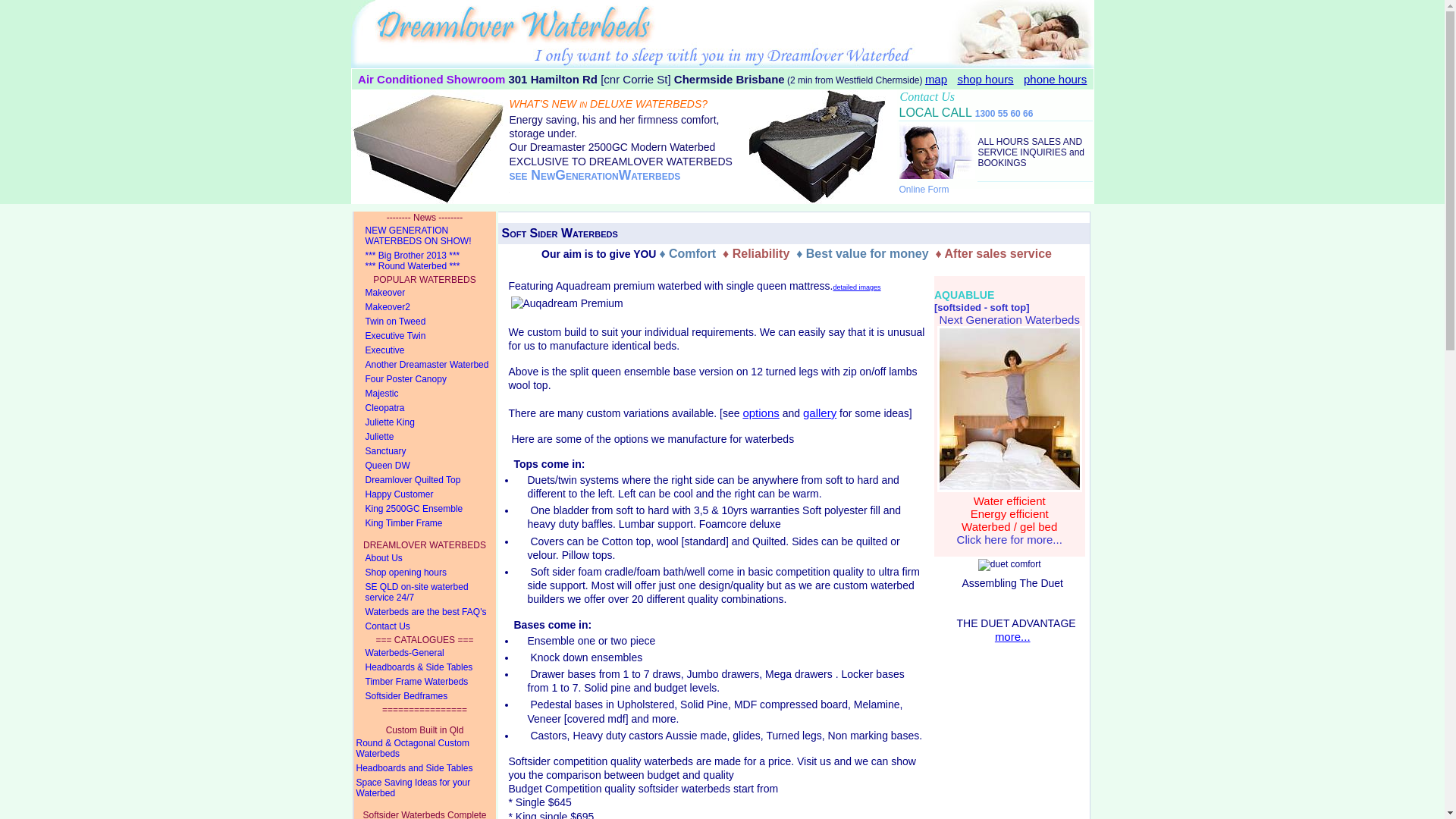 This screenshot has height=819, width=1456. I want to click on 'Space Saving Ideas for your Waterbed', so click(424, 787).